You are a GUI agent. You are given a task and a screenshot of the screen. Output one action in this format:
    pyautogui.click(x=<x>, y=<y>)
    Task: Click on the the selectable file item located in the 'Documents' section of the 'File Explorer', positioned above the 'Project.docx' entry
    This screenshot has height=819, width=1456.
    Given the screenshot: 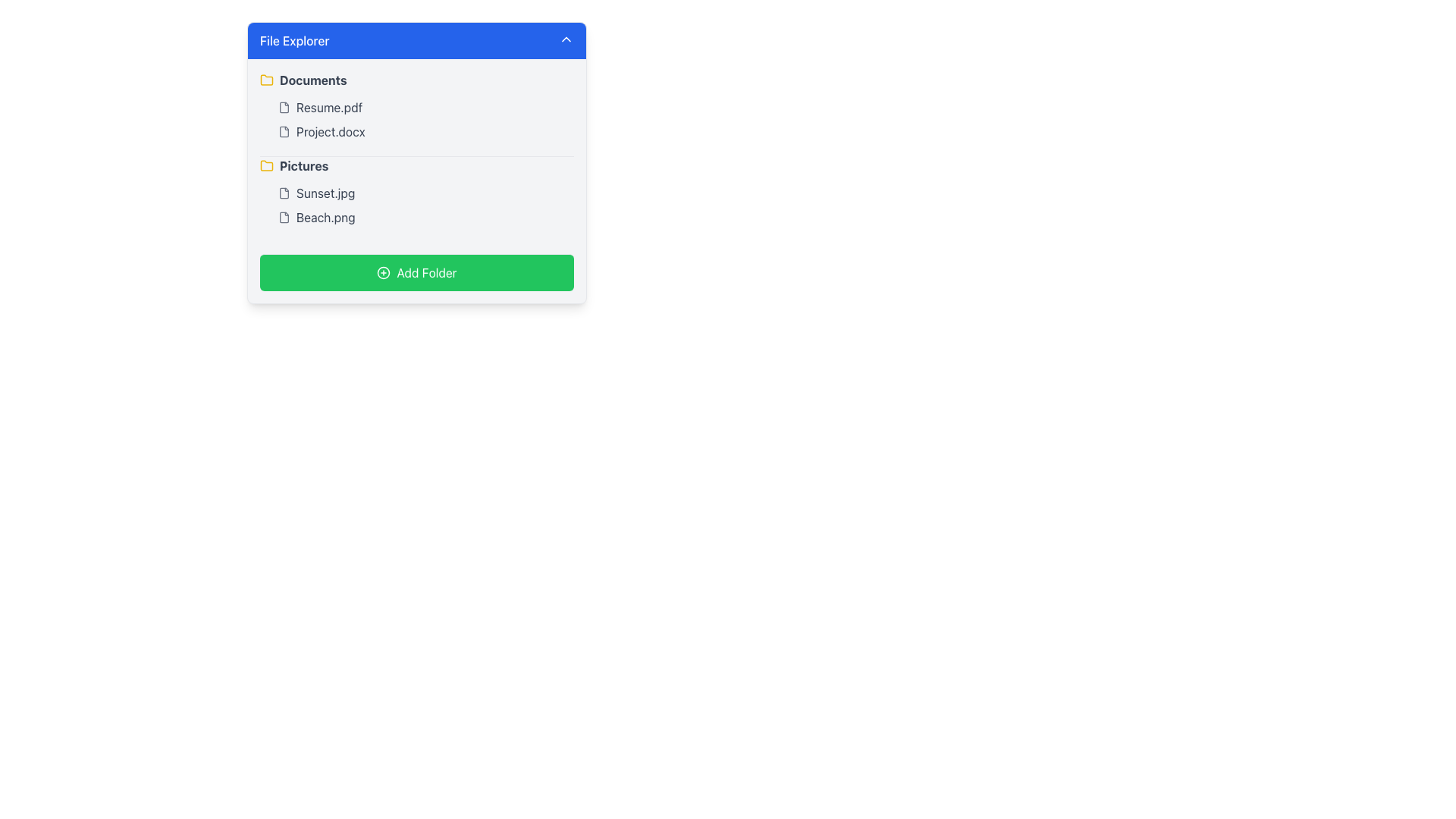 What is the action you would take?
    pyautogui.click(x=425, y=107)
    